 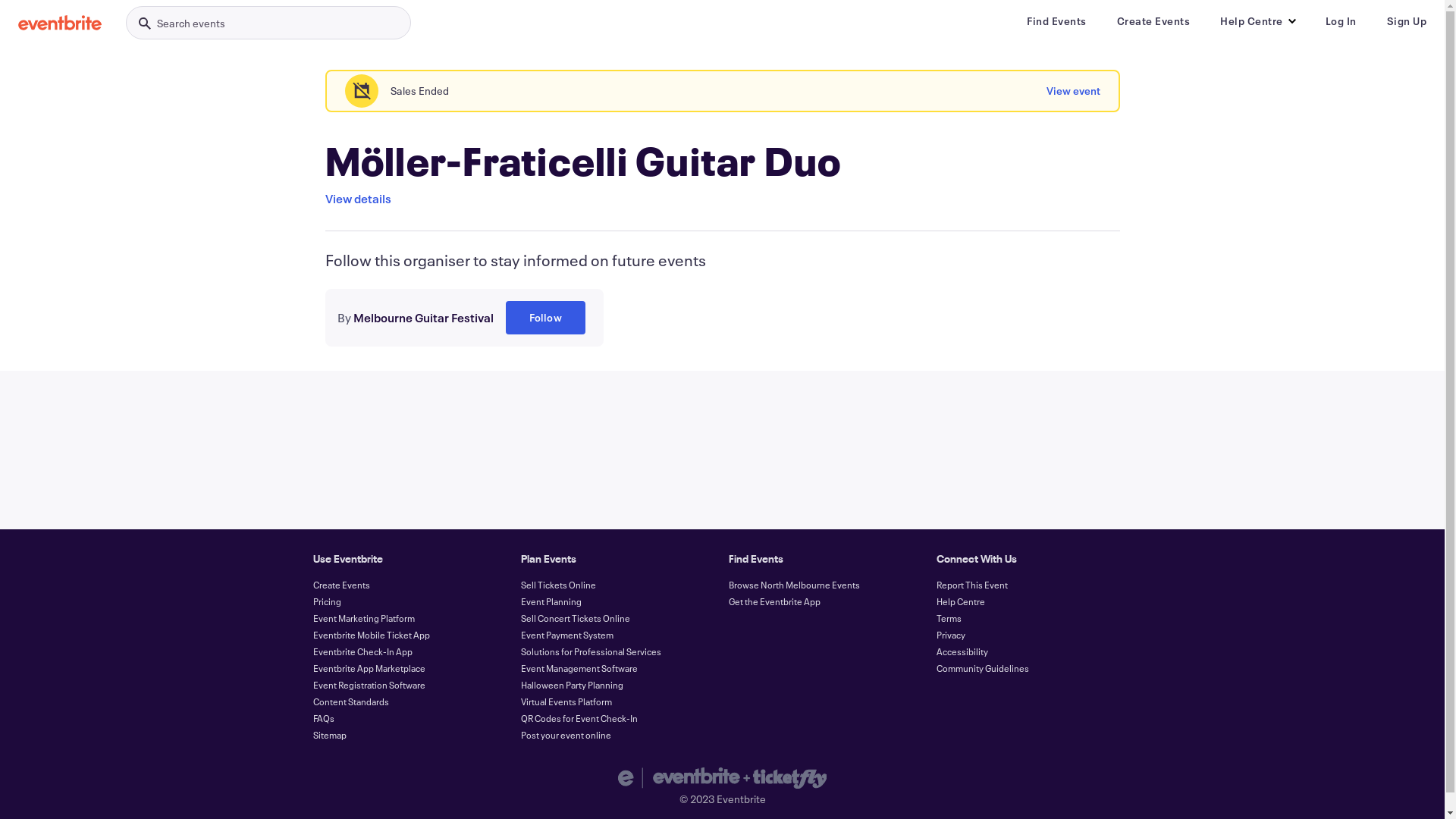 What do you see at coordinates (960, 651) in the screenshot?
I see `'Accessibility'` at bounding box center [960, 651].